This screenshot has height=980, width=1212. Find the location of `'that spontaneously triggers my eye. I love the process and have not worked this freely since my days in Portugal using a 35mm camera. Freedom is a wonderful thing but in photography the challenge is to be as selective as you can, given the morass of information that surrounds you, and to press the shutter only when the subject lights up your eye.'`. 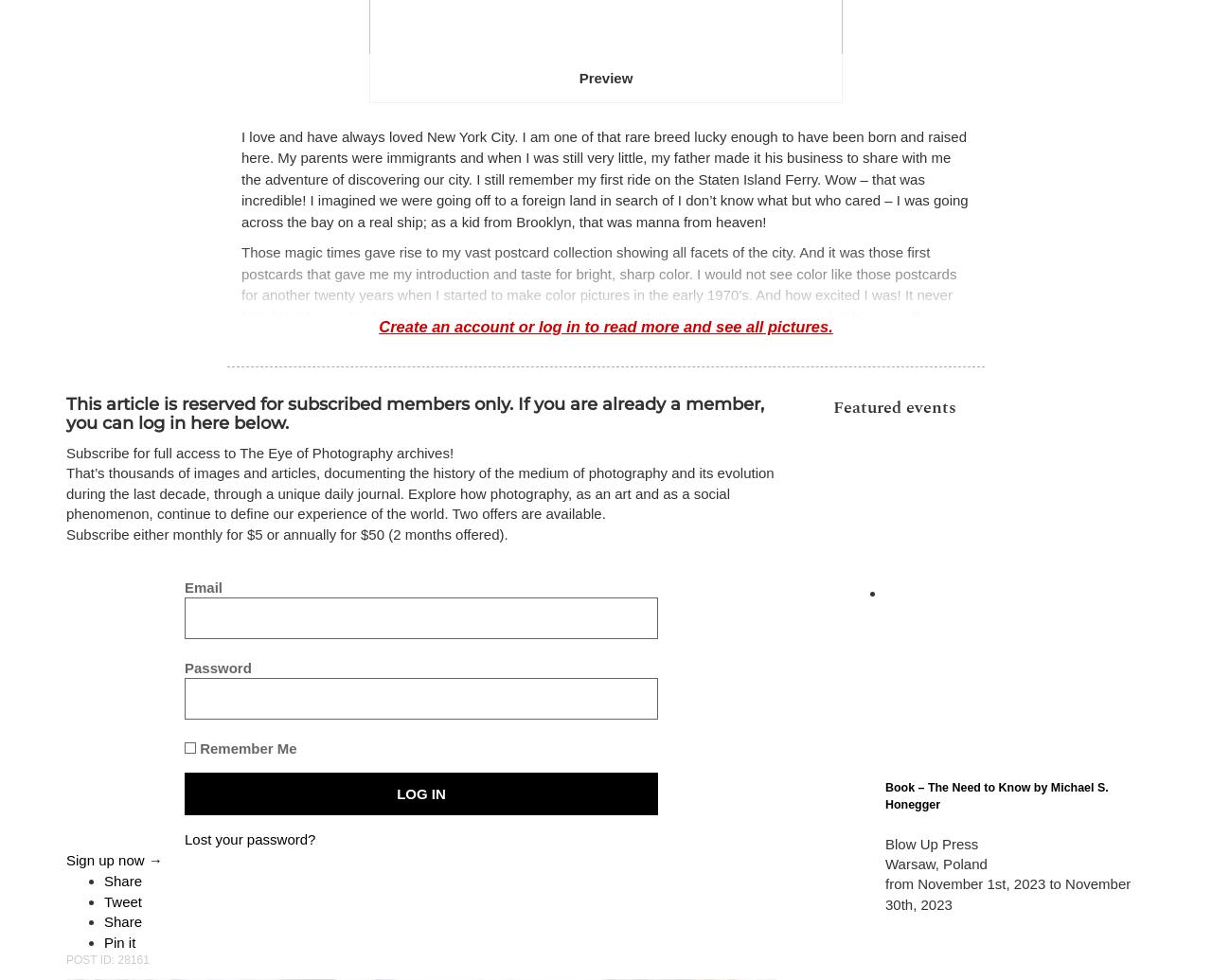

'that spontaneously triggers my eye. I love the process and have not worked this freely since my days in Portugal using a 35mm camera. Freedom is a wonderful thing but in photography the challenge is to be as selective as you can, given the morass of information that surrounds you, and to press the shutter only when the subject lights up your eye.' is located at coordinates (603, 515).